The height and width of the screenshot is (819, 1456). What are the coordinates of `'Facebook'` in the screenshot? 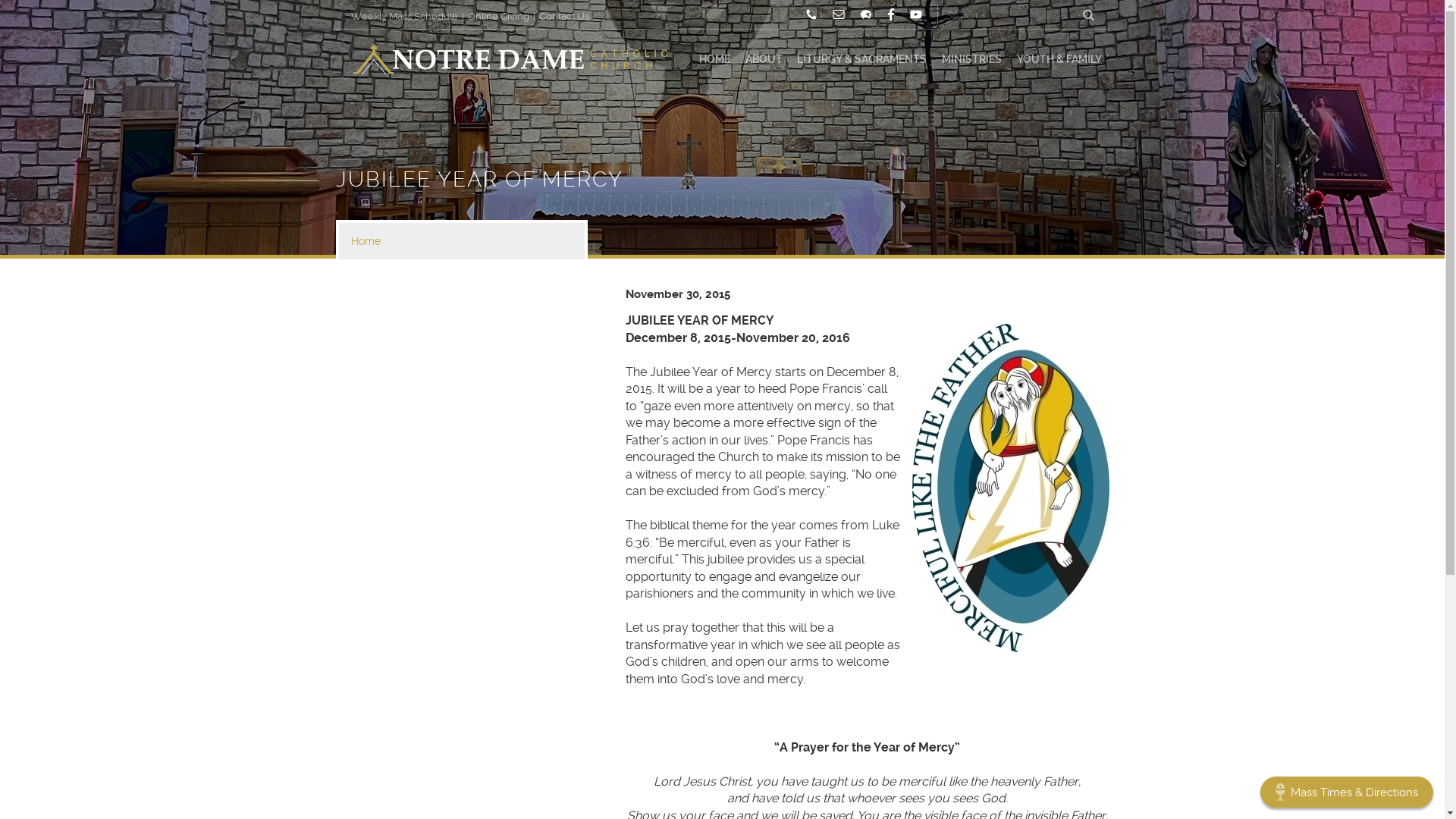 It's located at (891, 14).